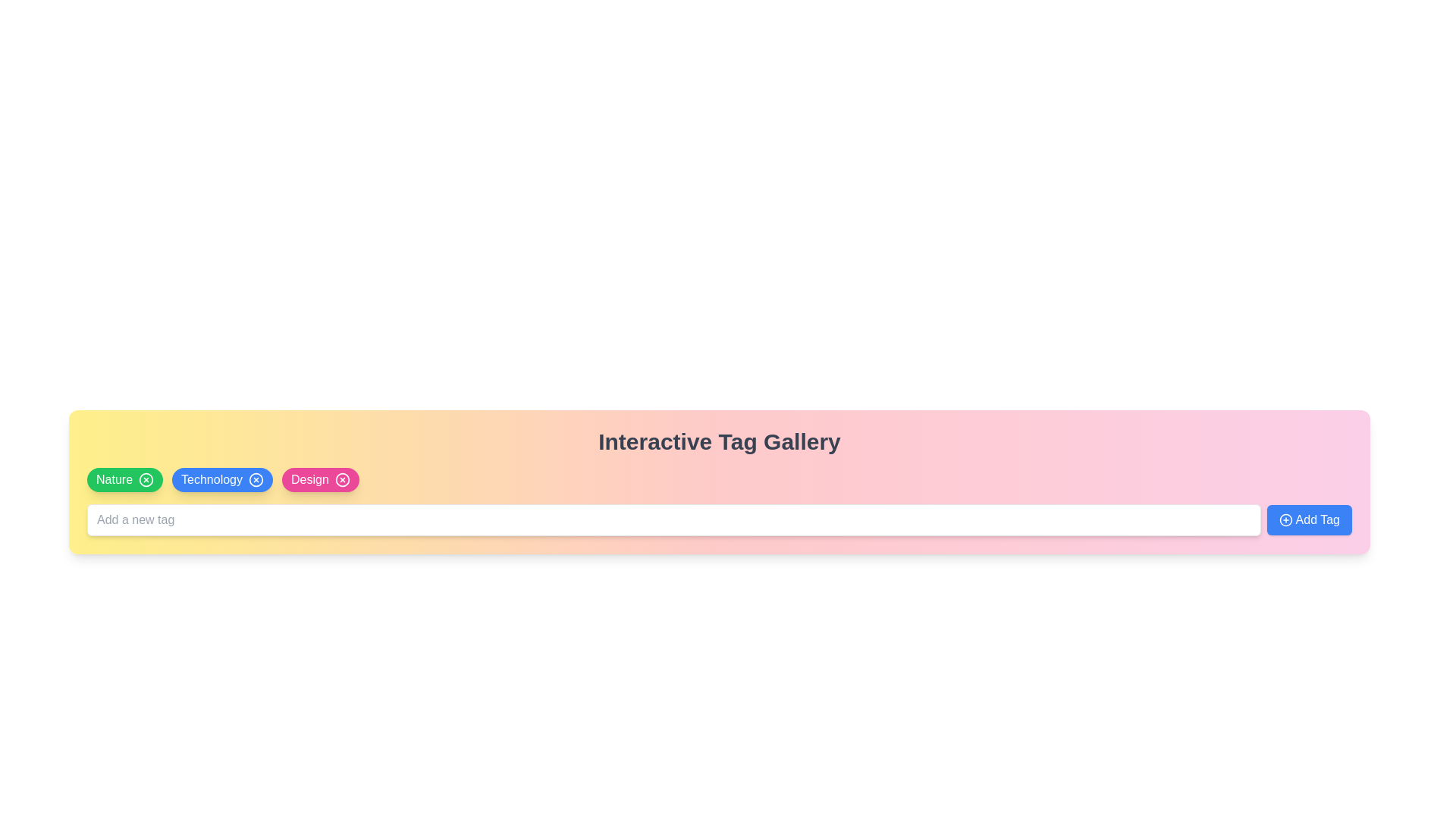 Image resolution: width=1456 pixels, height=819 pixels. Describe the element at coordinates (114, 479) in the screenshot. I see `the 'Nature' text label displayed in a white font on a green rounded background, which is the first tag in the list of tags under the title 'Interactive Tag Gallery'` at that location.